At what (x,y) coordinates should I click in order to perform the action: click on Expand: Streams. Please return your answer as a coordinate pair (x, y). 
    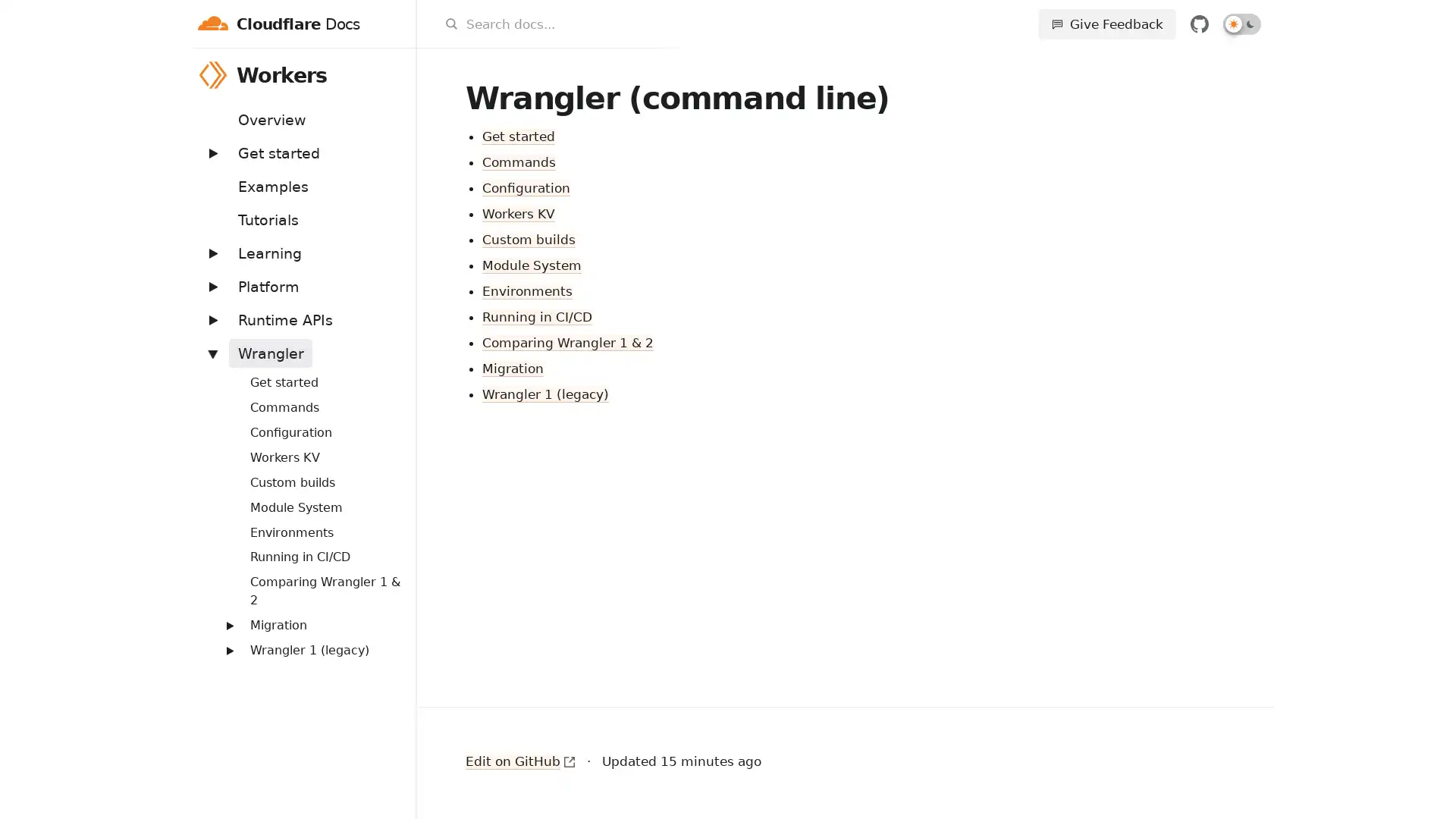
    Looking at the image, I should click on (221, 698).